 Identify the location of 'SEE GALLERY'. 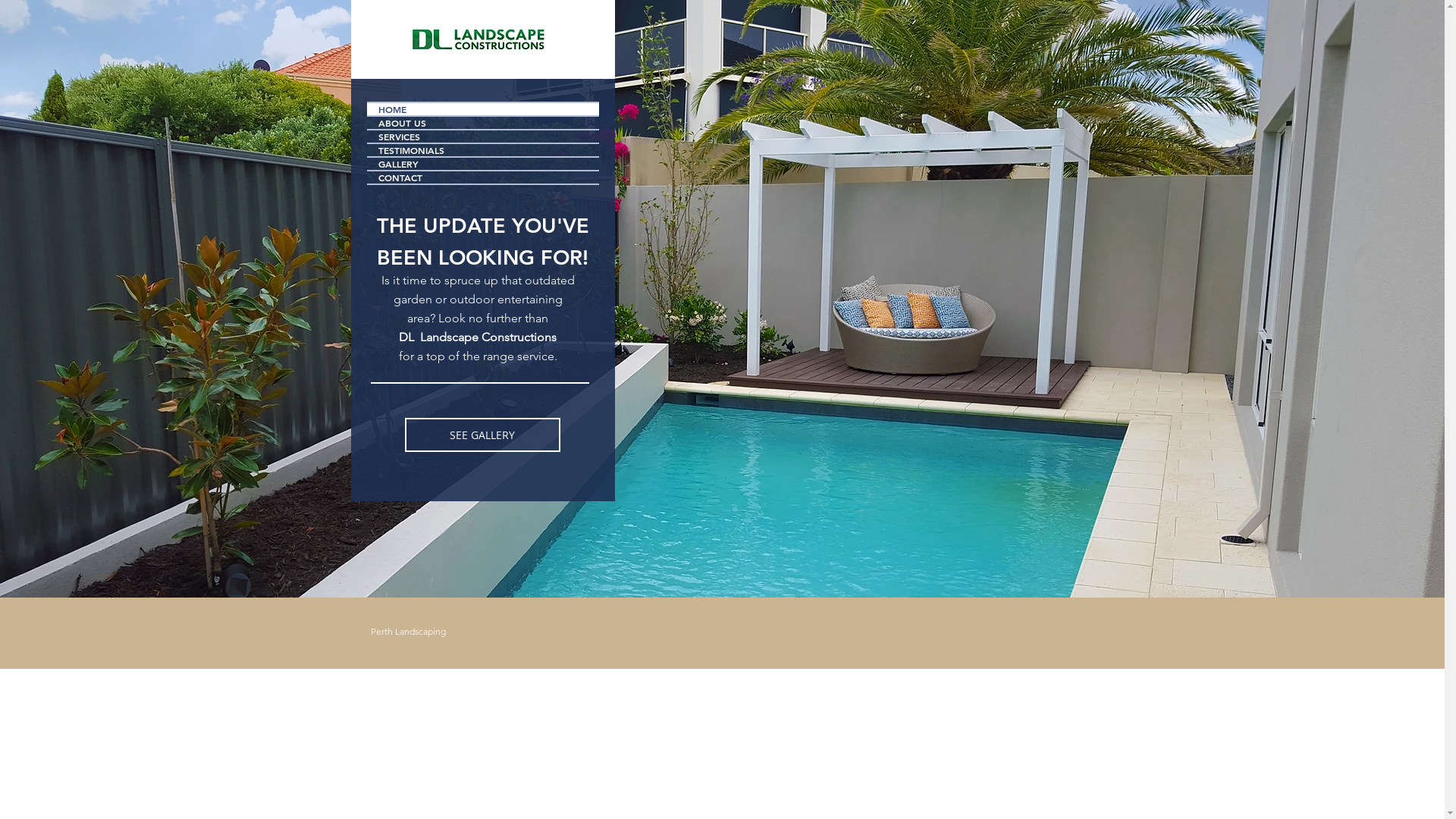
(482, 435).